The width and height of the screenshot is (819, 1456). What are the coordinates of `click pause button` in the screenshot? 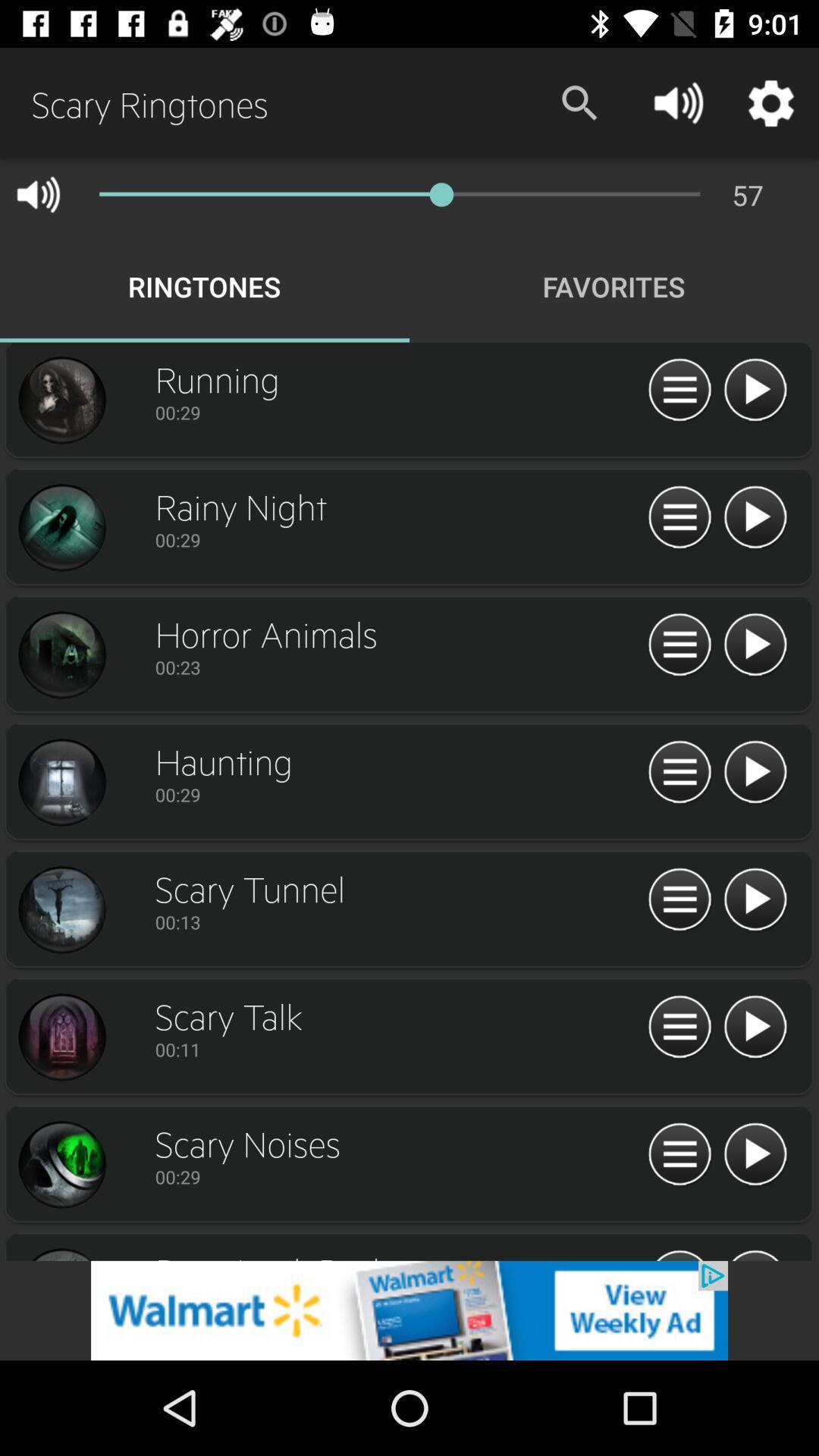 It's located at (679, 645).